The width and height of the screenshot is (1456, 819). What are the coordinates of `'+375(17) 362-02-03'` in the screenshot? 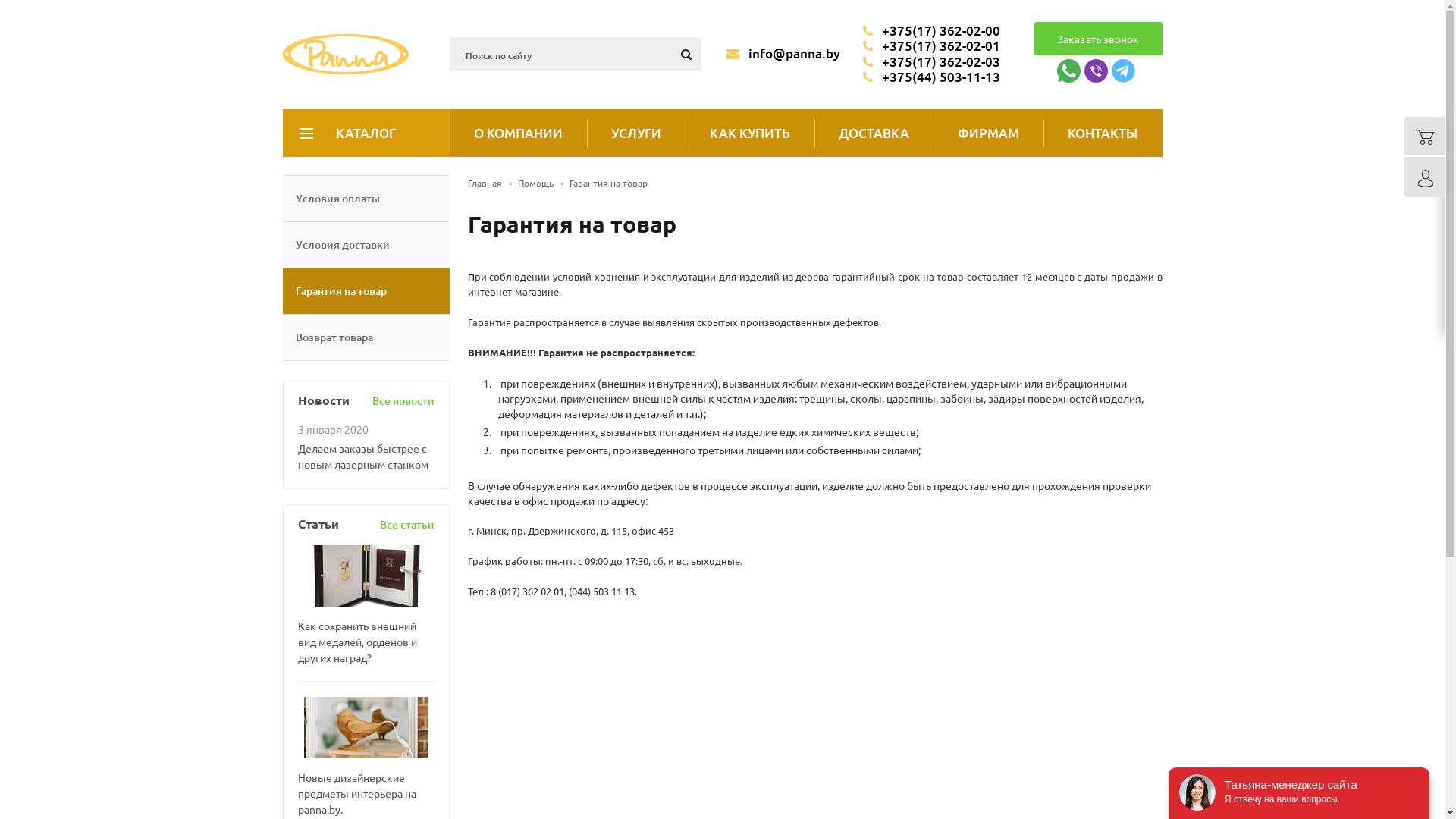 It's located at (930, 61).